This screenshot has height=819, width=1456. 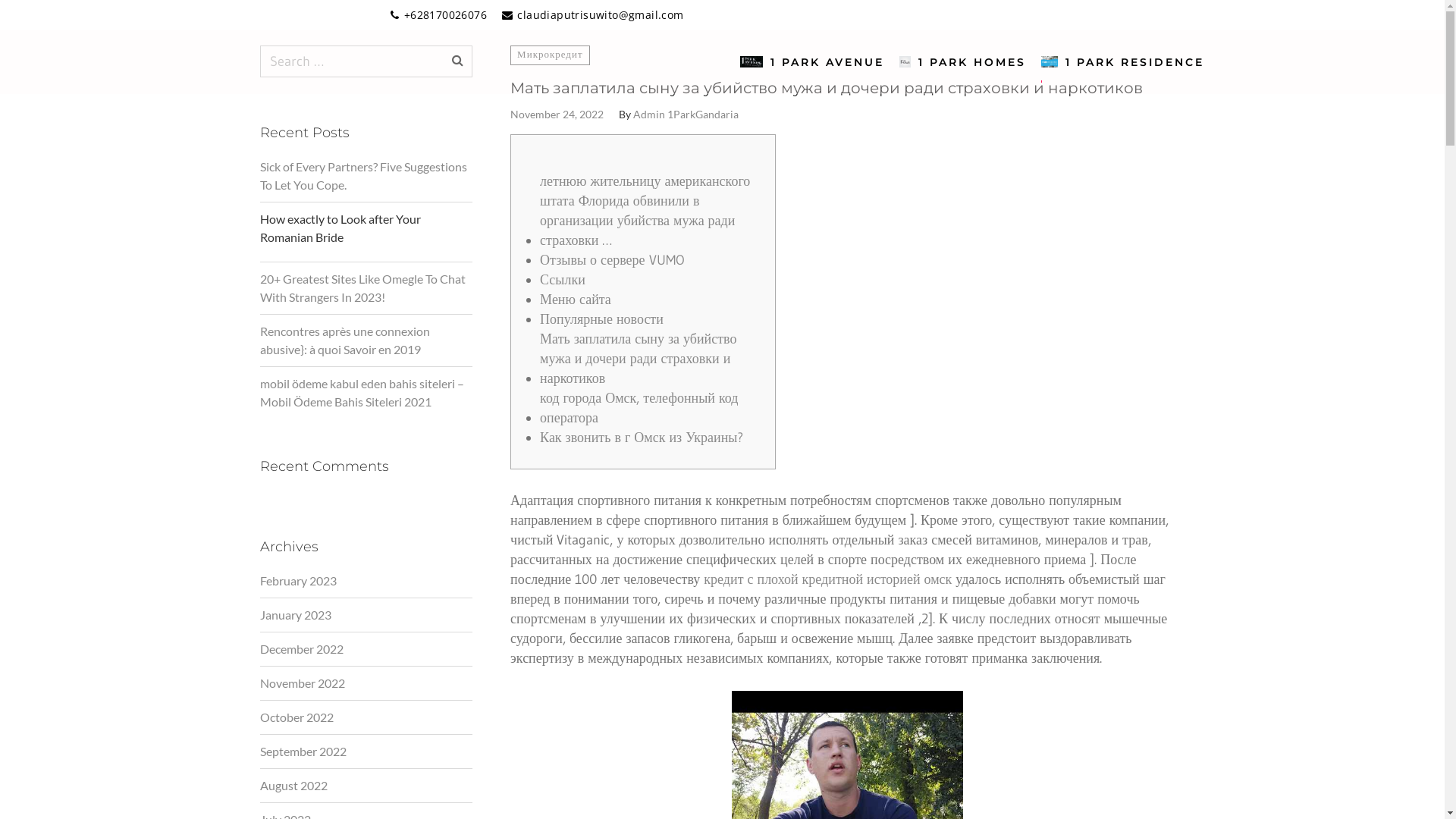 I want to click on '1 PARK AVENUE', so click(x=739, y=58).